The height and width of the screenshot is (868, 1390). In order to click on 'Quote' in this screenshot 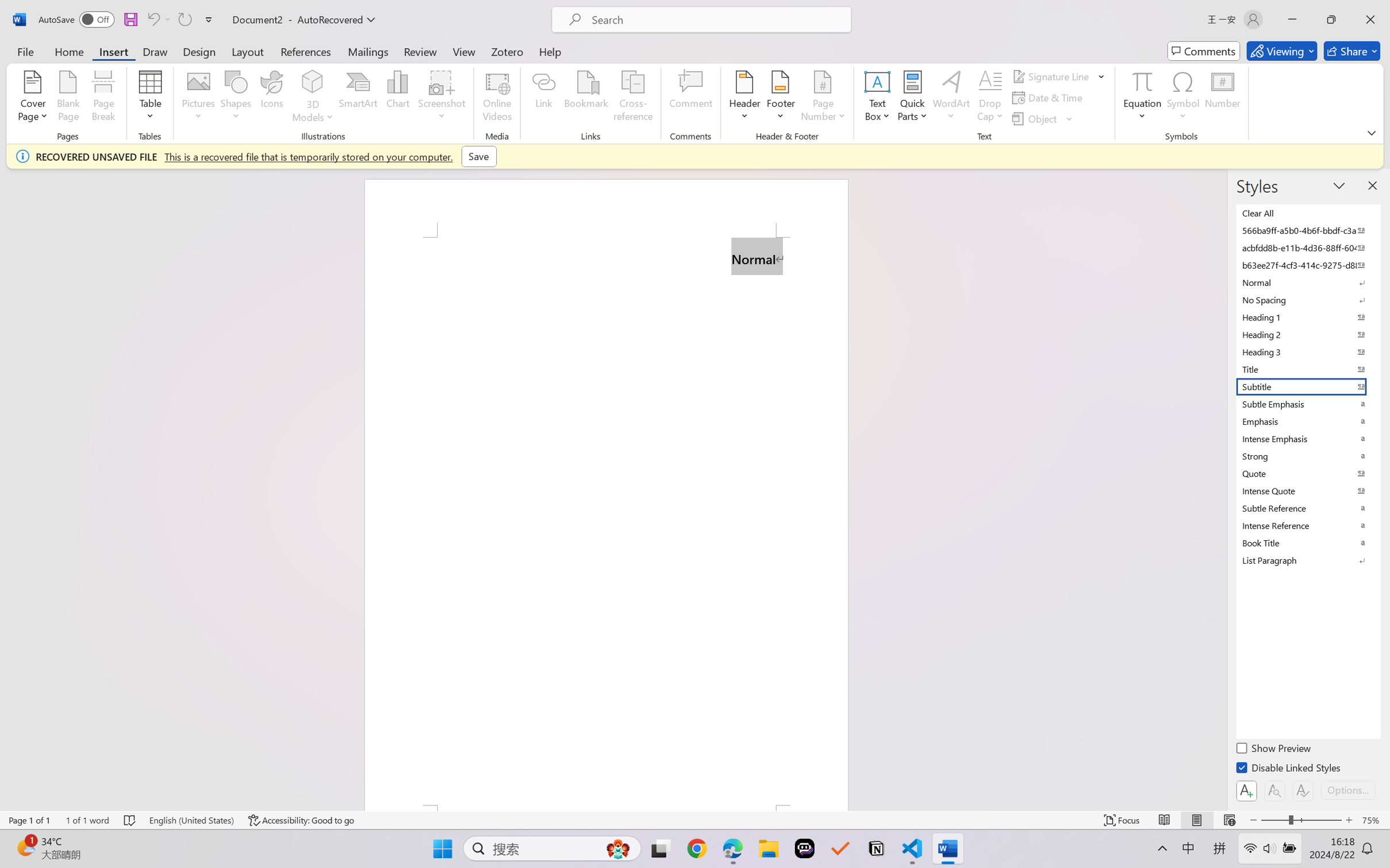, I will do `click(1307, 473)`.